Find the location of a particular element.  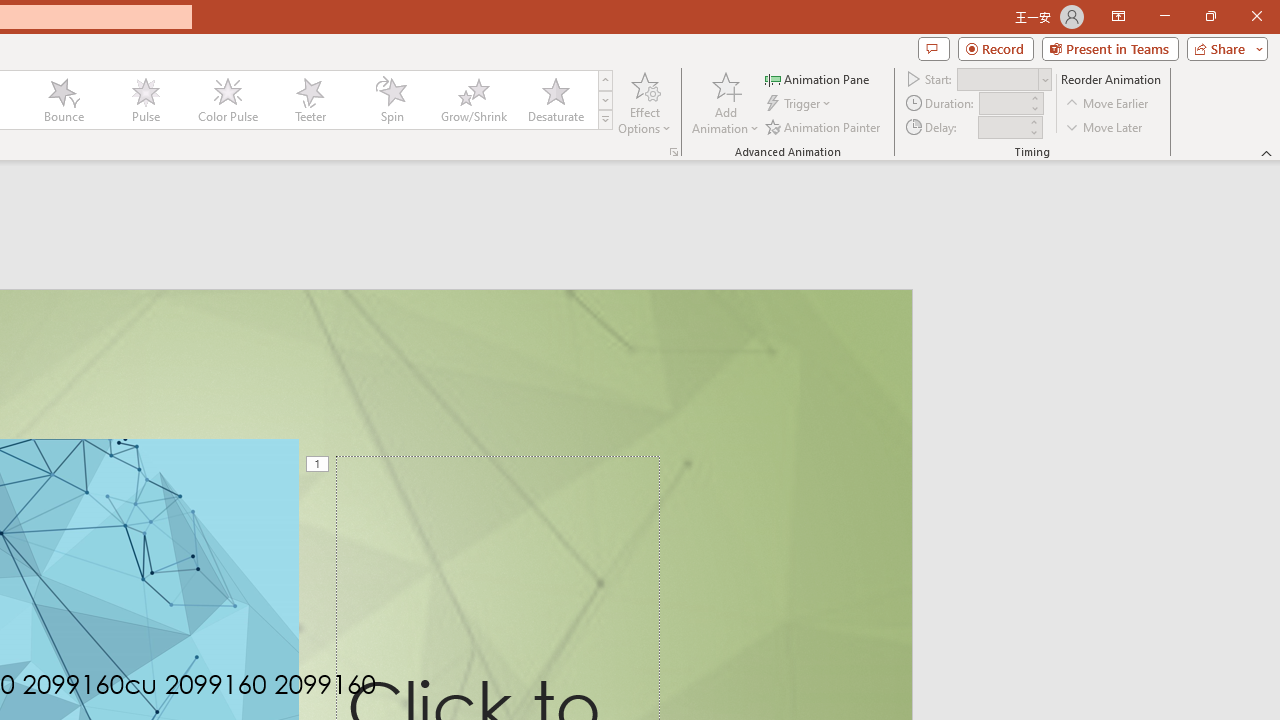

'Spin' is located at coordinates (391, 100).